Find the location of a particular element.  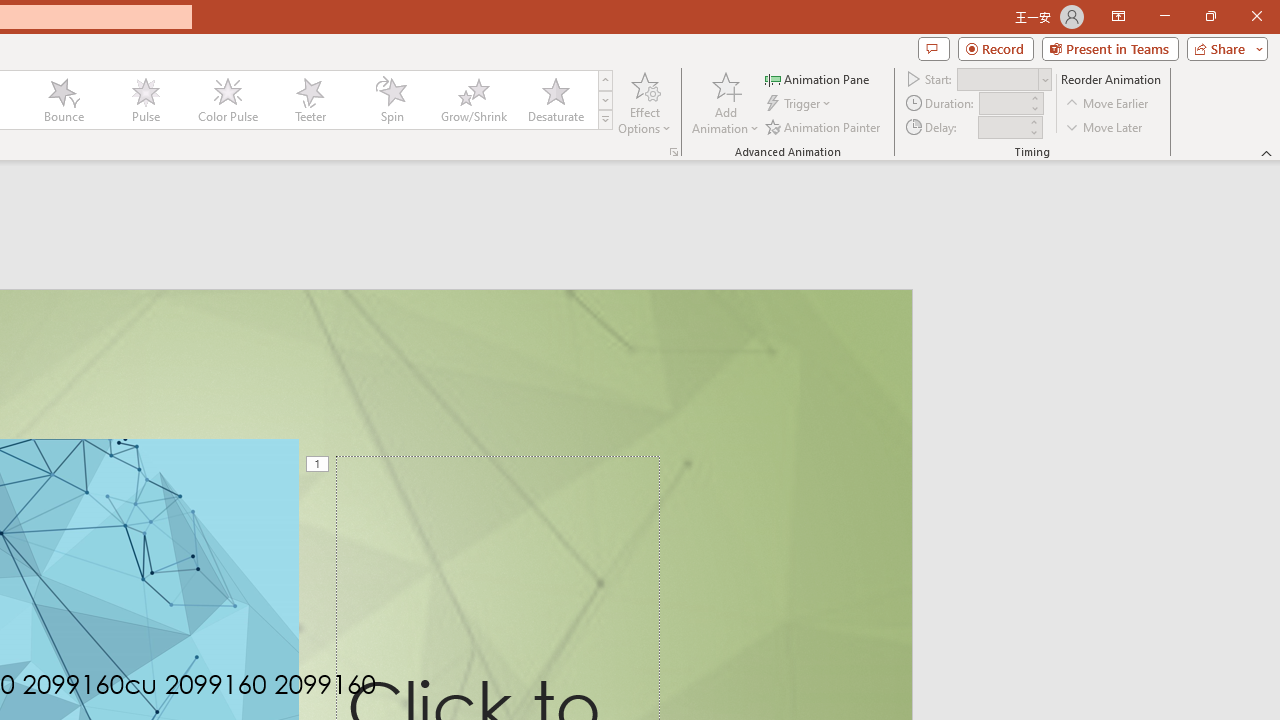

'Spin' is located at coordinates (391, 100).